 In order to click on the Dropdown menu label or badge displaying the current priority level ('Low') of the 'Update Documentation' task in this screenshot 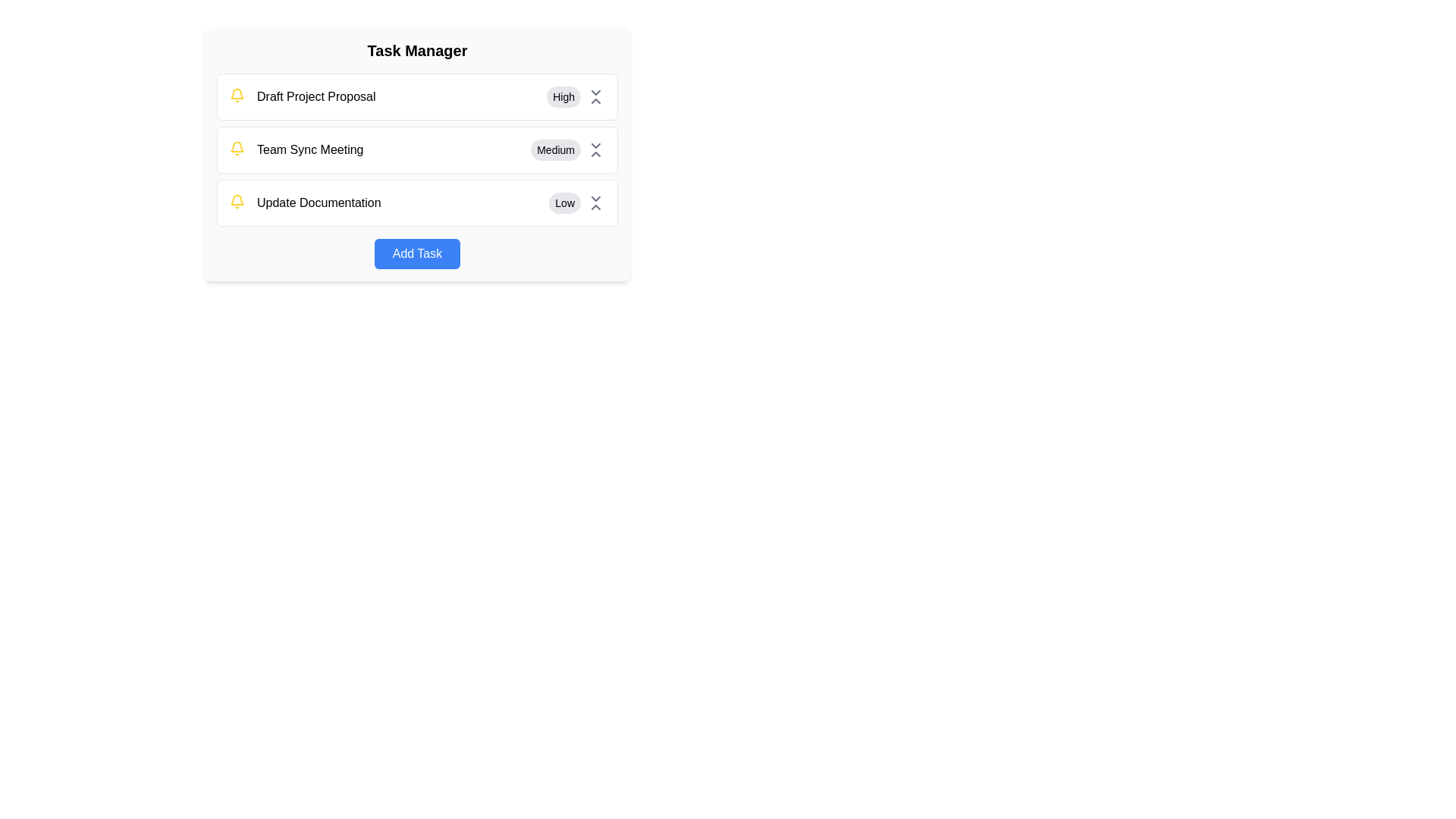, I will do `click(576, 202)`.